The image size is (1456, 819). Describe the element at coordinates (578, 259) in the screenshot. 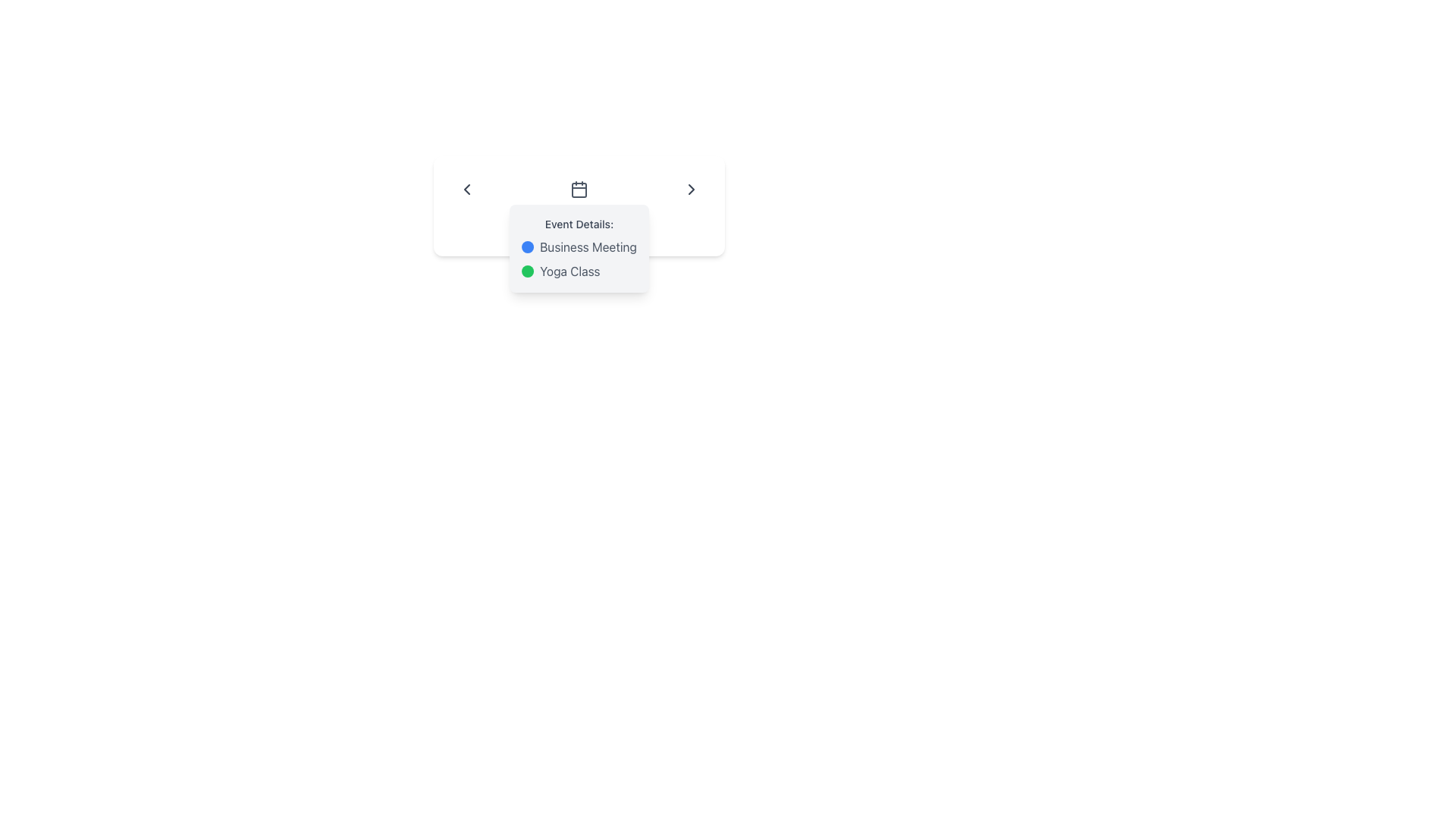

I see `the List with icon-label pairs located within the light-gray modal popup below the title 'Event Details:' to focus it` at that location.